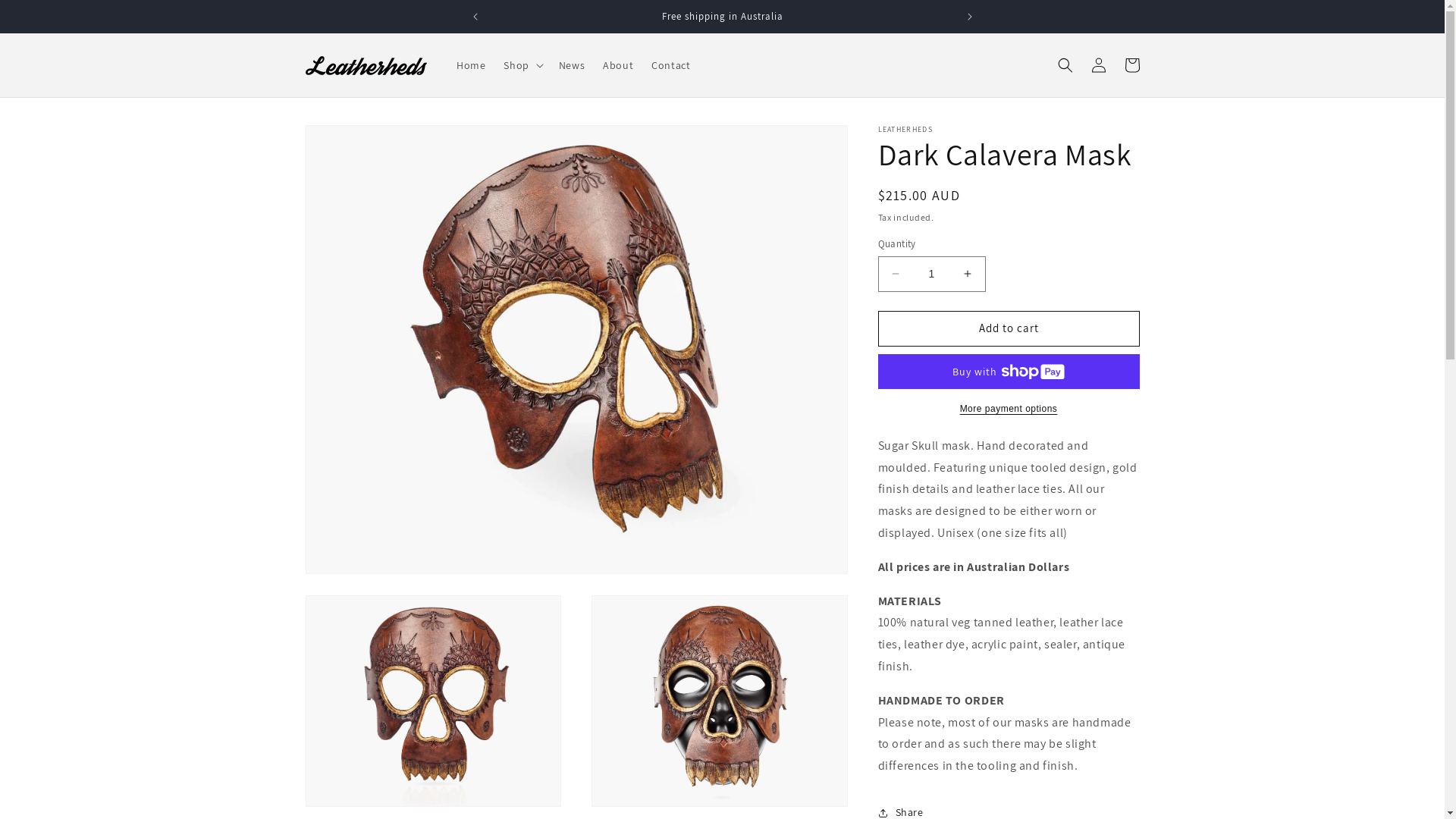 The width and height of the screenshot is (1456, 819). Describe the element at coordinates (350, 142) in the screenshot. I see `'Skip to product information'` at that location.